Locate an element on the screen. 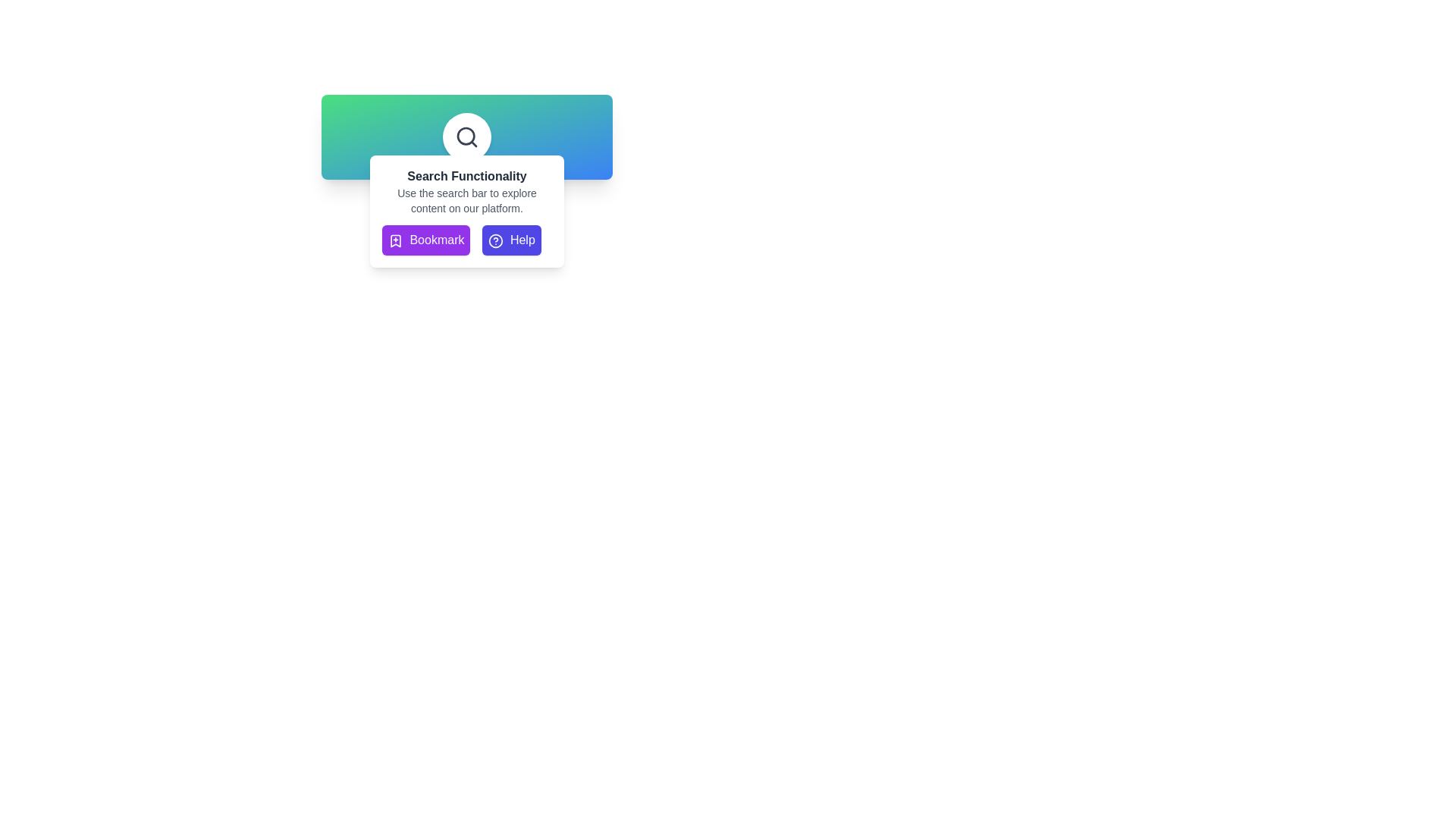 This screenshot has width=1456, height=819. the 'Bookmark' button icon, which is a visual indicator positioned to the left of the text 'Bookmark' within a rounded rectangular button is located at coordinates (396, 239).